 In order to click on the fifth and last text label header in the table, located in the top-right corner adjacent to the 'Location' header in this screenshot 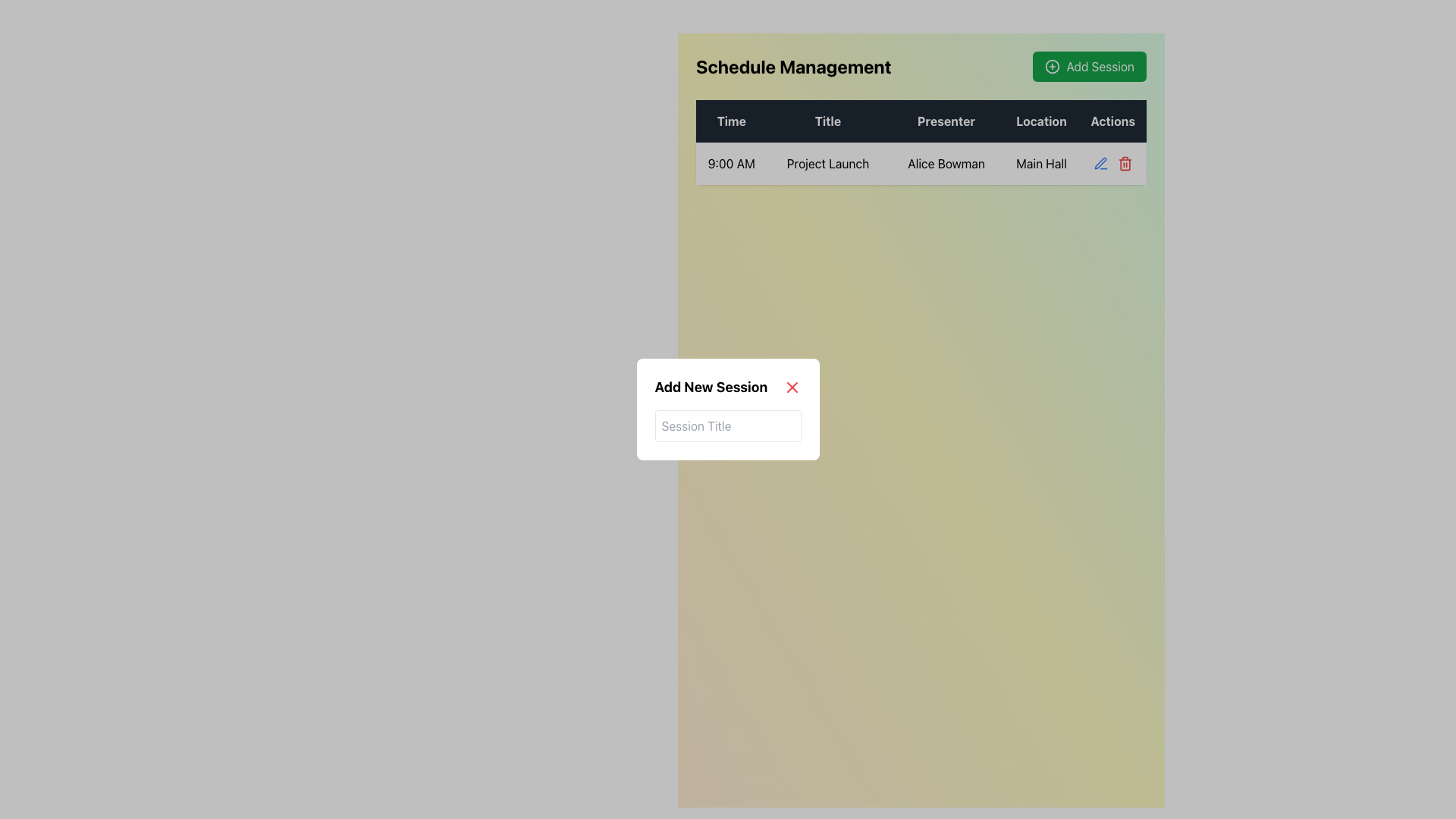, I will do `click(1112, 120)`.